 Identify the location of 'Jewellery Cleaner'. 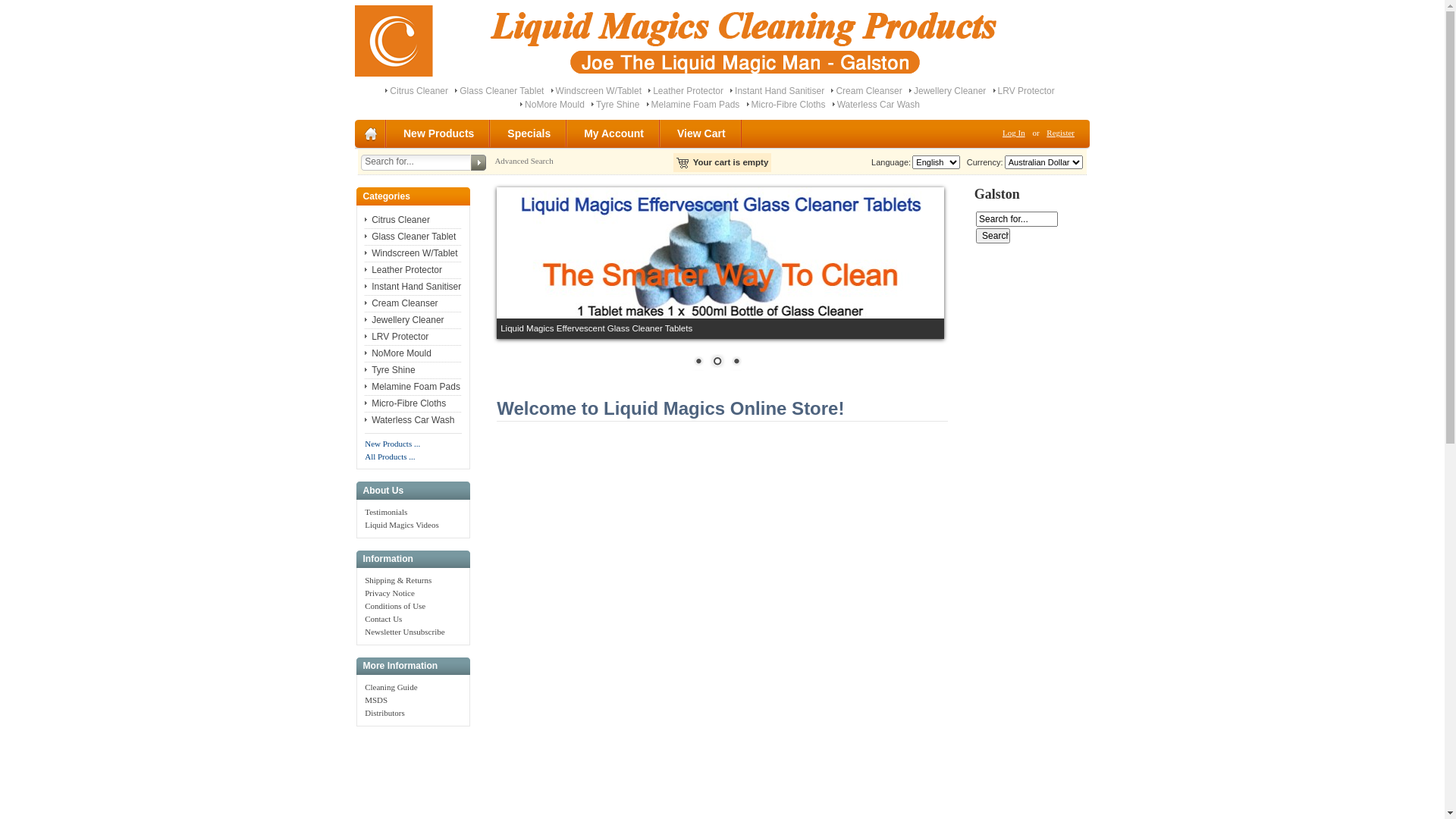
(403, 318).